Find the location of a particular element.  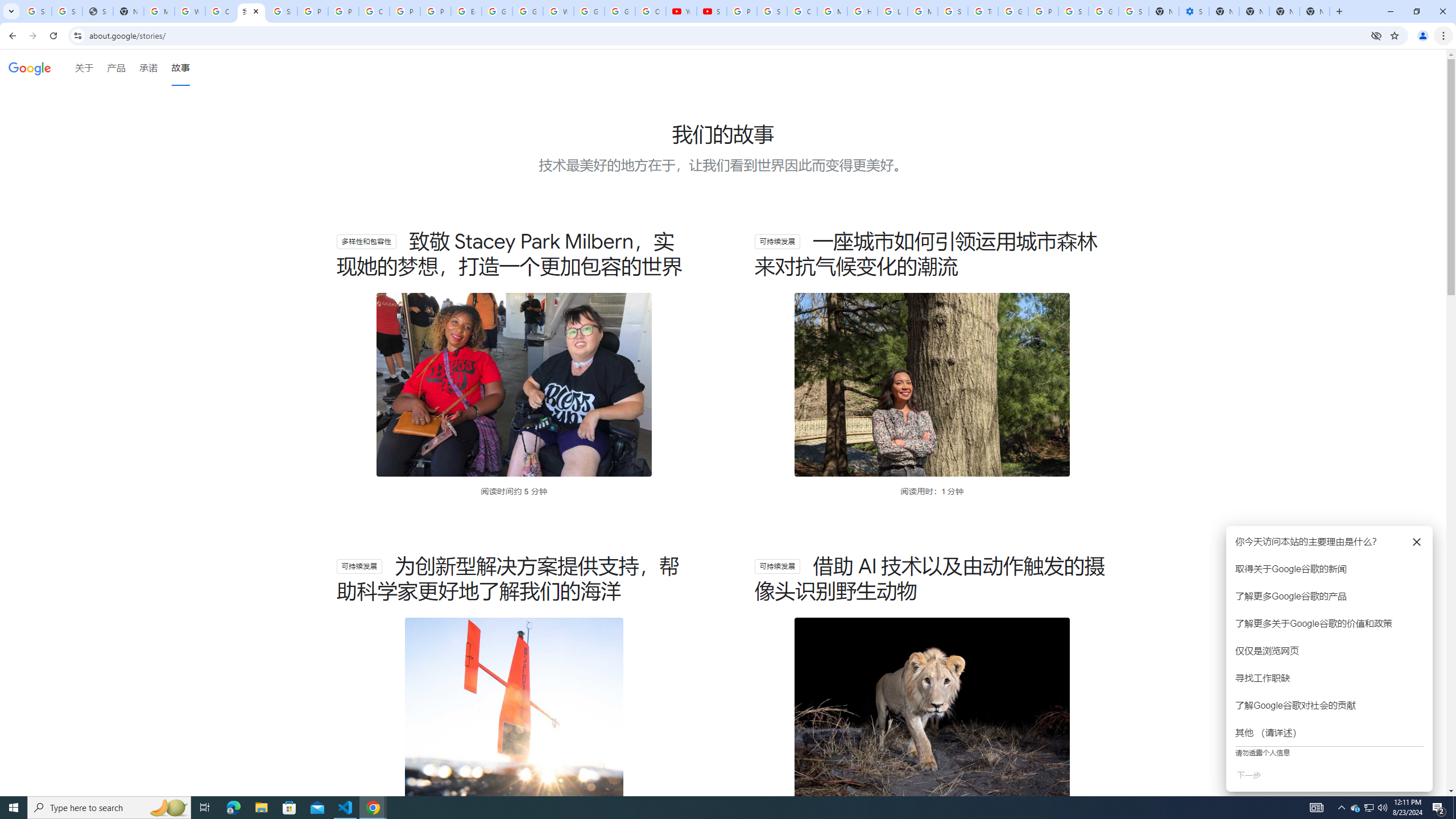

'Welcome to My Activity' is located at coordinates (559, 11).